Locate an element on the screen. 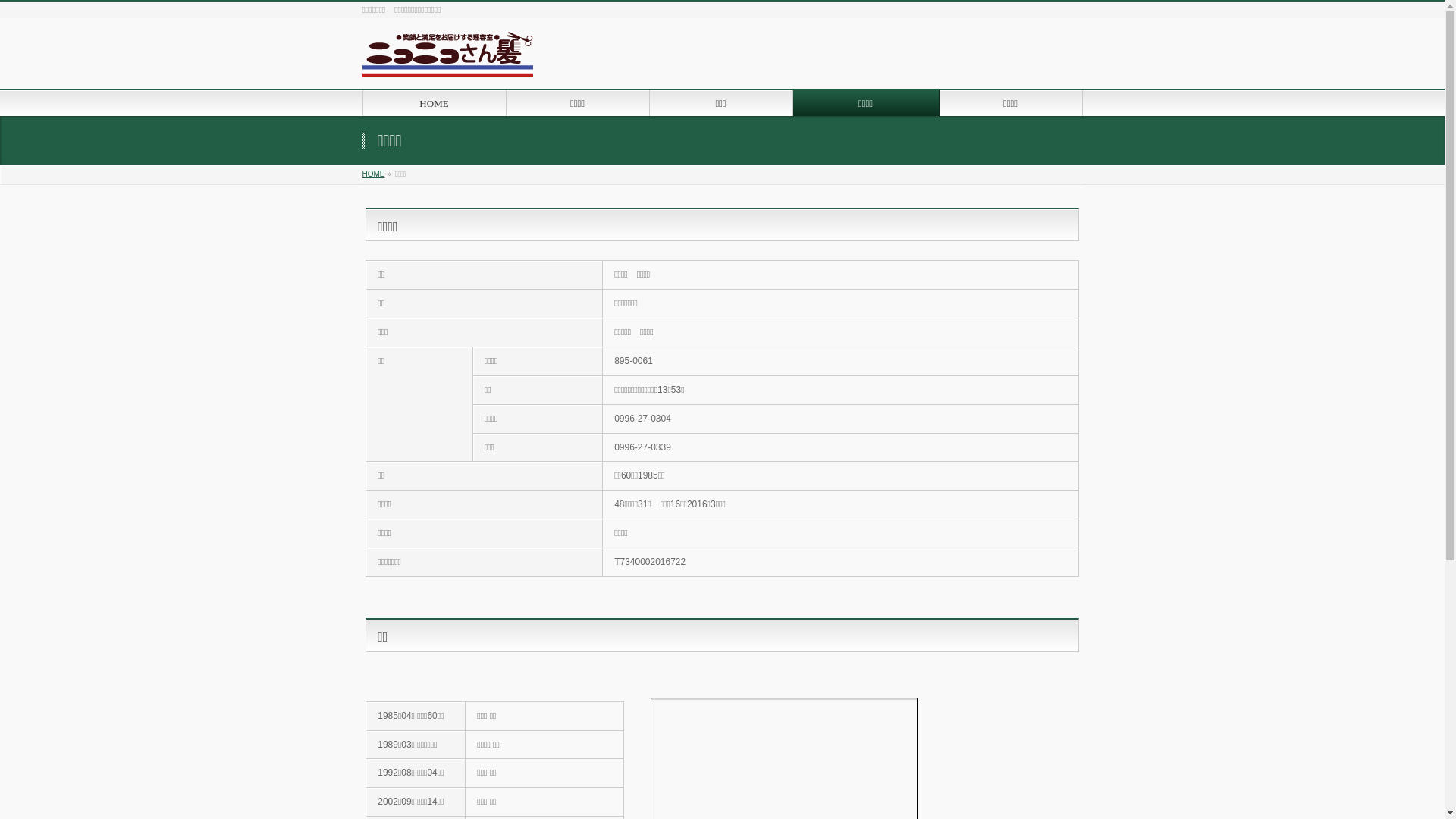 The height and width of the screenshot is (819, 1456). 'HOME' is located at coordinates (433, 102).